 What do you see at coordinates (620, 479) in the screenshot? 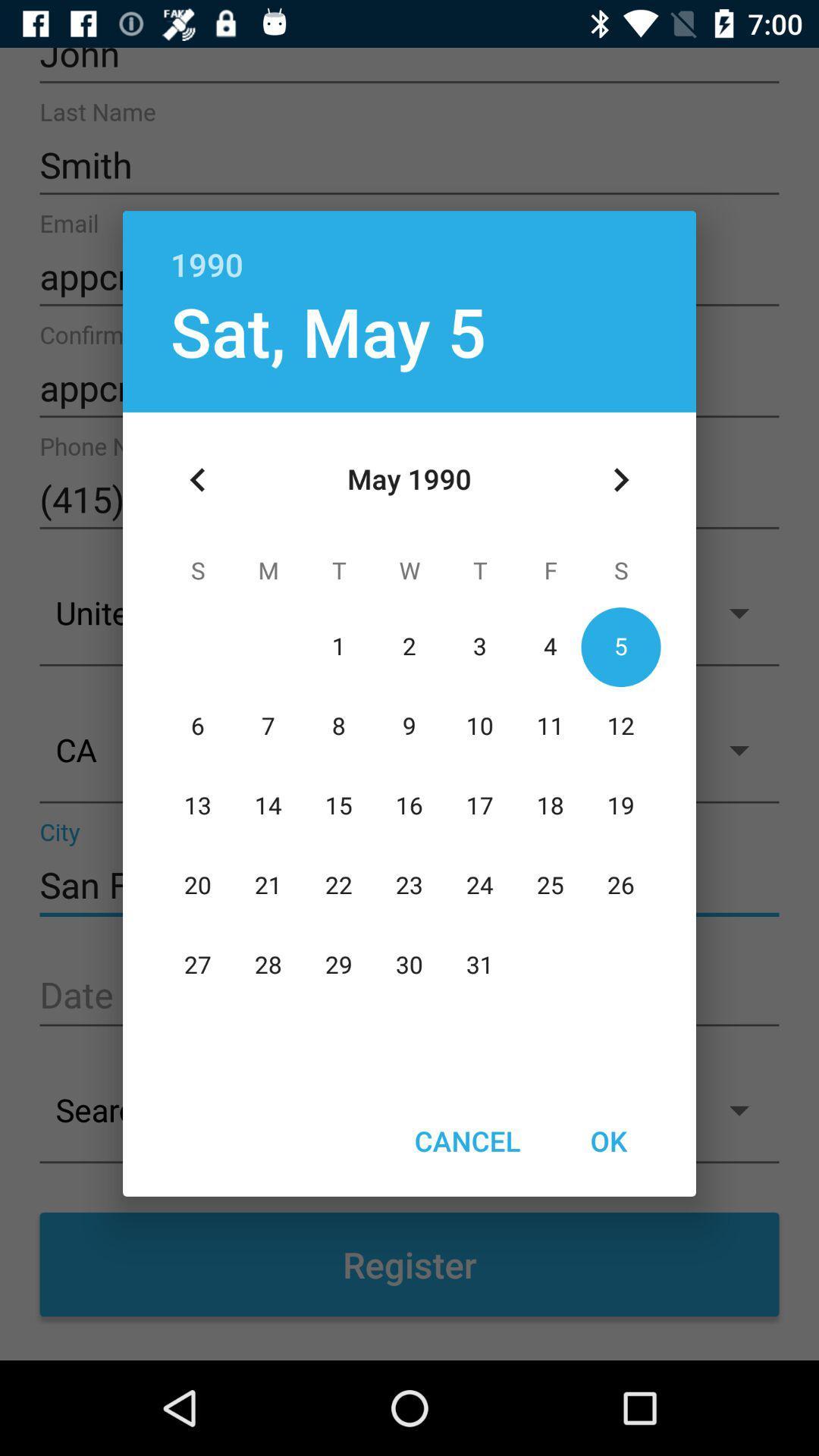
I see `the item at the top right corner` at bounding box center [620, 479].